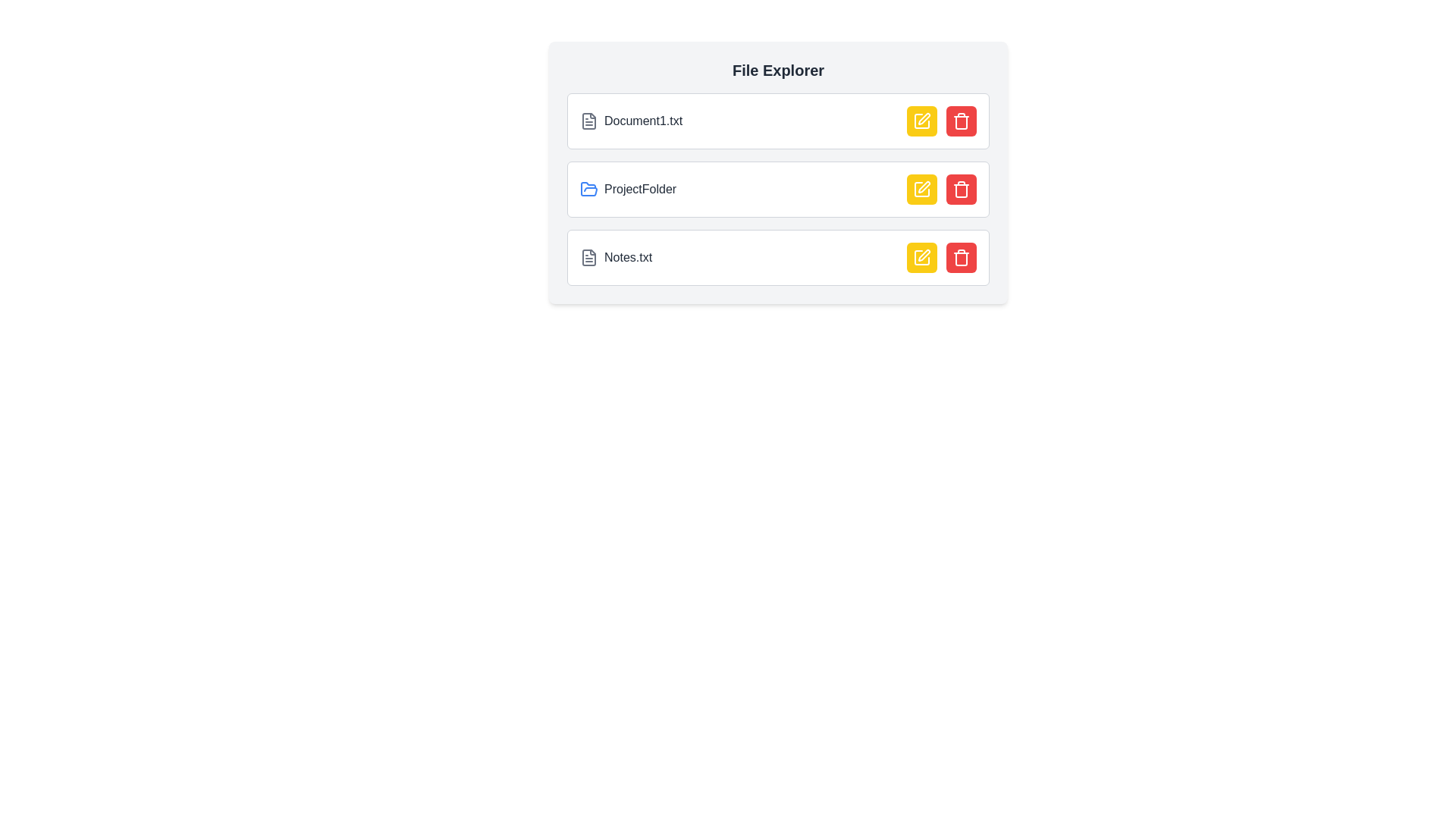 This screenshot has height=819, width=1456. What do you see at coordinates (778, 171) in the screenshot?
I see `the 'ProjectFolder' list item in the File Explorer` at bounding box center [778, 171].